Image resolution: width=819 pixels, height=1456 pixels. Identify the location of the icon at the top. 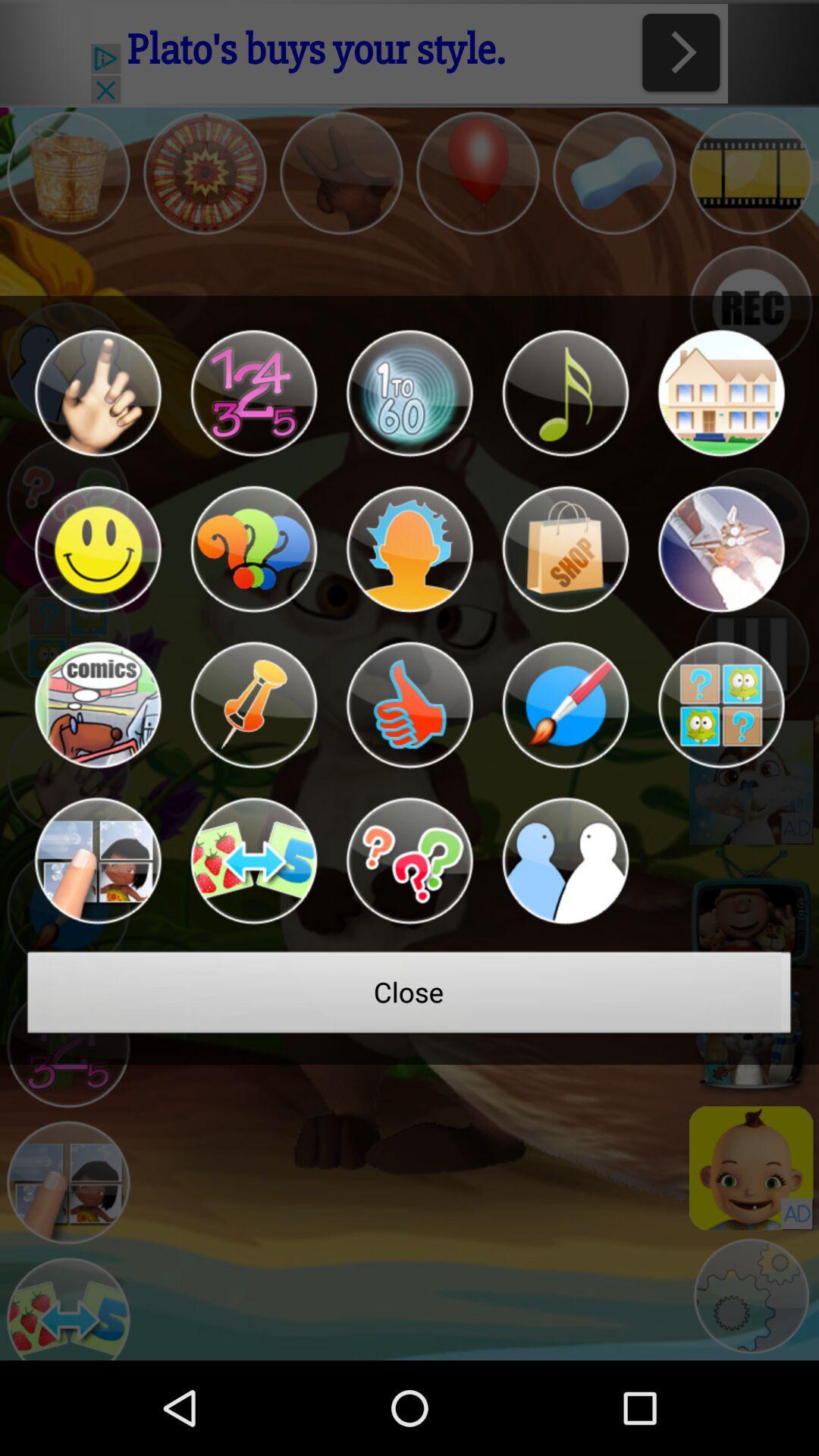
(409, 393).